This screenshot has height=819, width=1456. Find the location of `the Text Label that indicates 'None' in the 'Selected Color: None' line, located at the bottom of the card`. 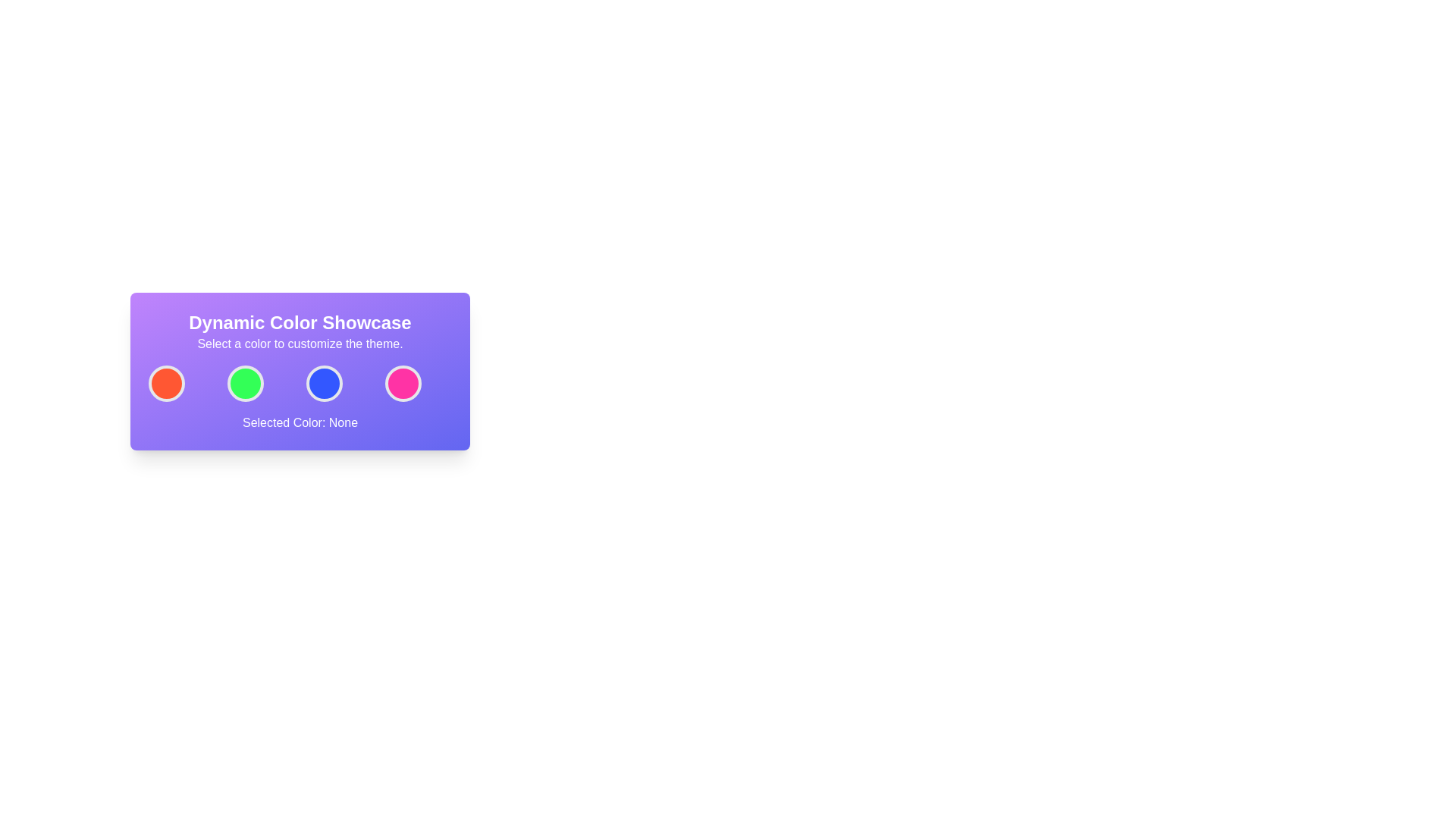

the Text Label that indicates 'None' in the 'Selected Color: None' line, located at the bottom of the card is located at coordinates (342, 422).